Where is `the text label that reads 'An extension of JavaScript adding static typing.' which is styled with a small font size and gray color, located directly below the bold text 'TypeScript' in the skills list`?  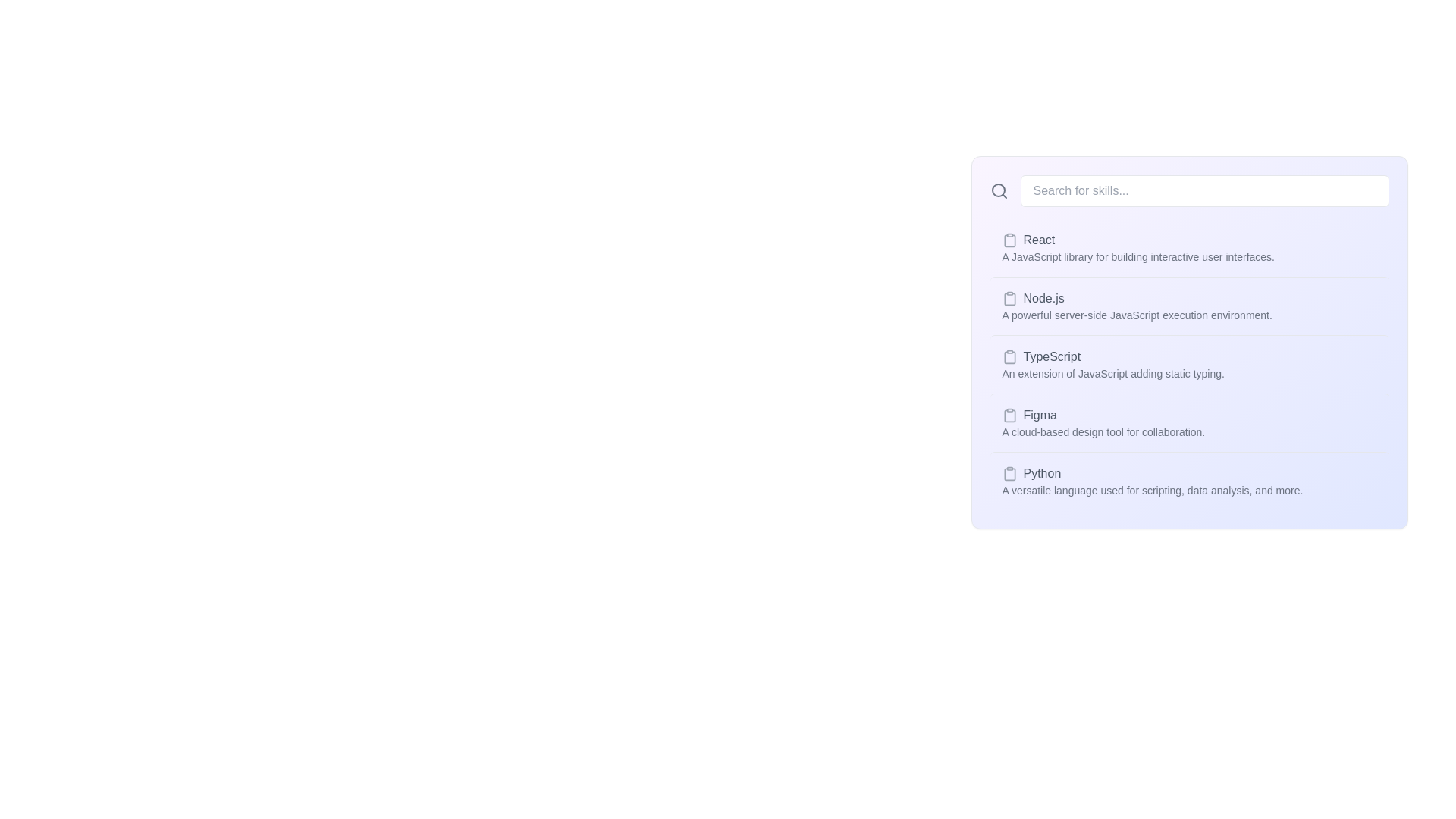
the text label that reads 'An extension of JavaScript adding static typing.' which is styled with a small font size and gray color, located directly below the bold text 'TypeScript' in the skills list is located at coordinates (1113, 374).